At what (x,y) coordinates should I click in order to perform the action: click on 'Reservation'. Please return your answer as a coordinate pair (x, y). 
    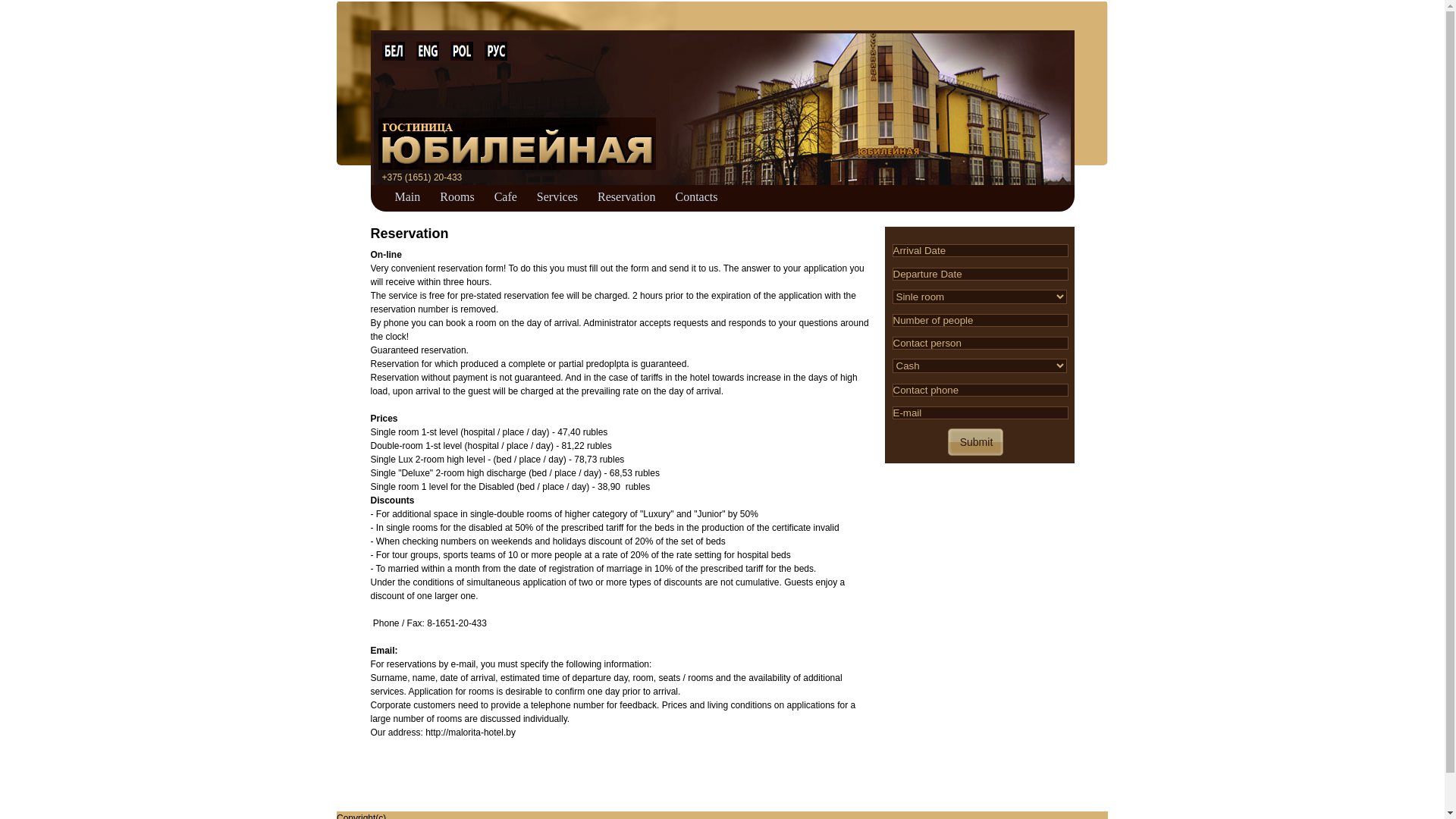
    Looking at the image, I should click on (626, 194).